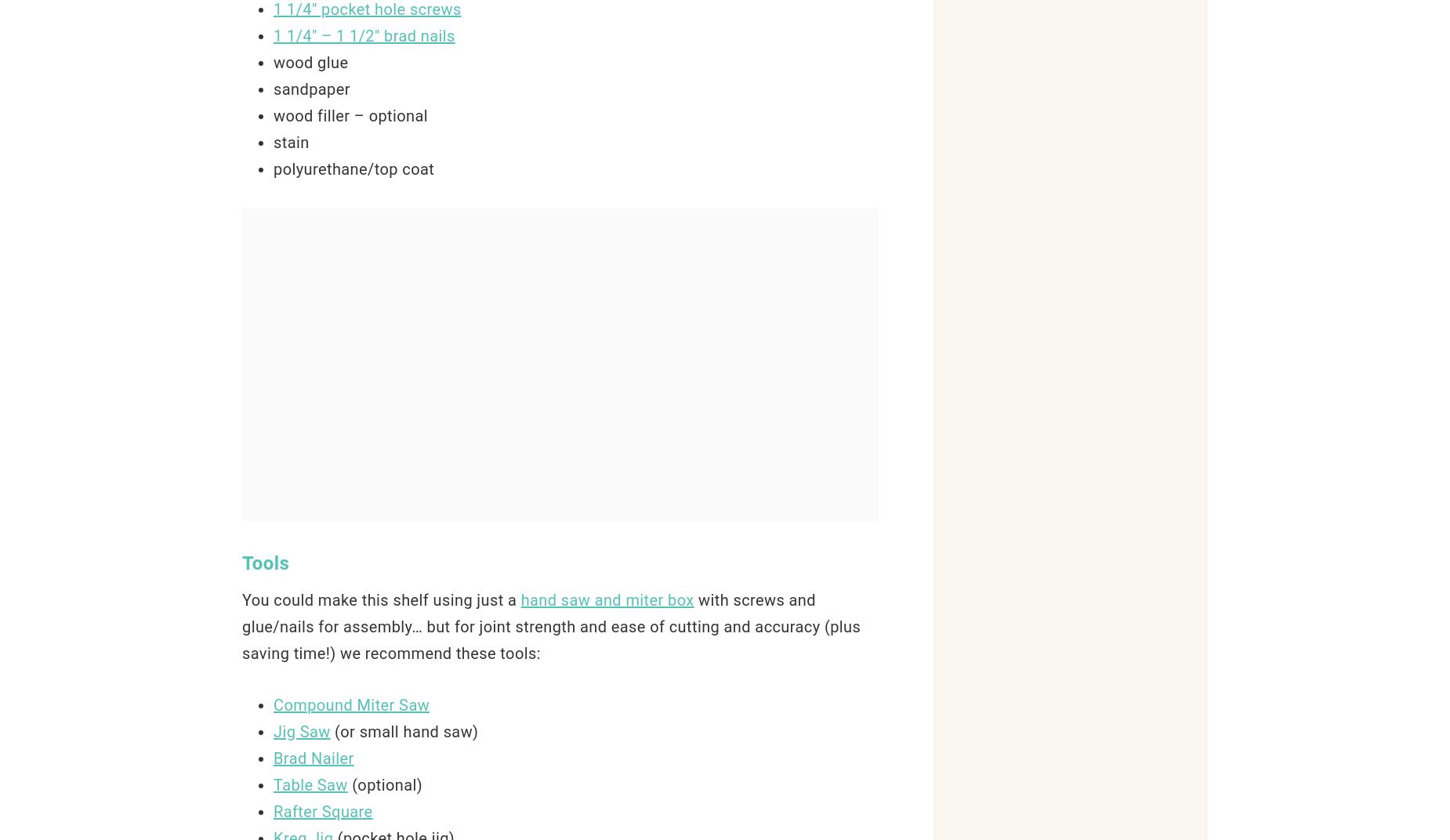 This screenshot has width=1450, height=840. I want to click on 'sandpaper', so click(272, 89).